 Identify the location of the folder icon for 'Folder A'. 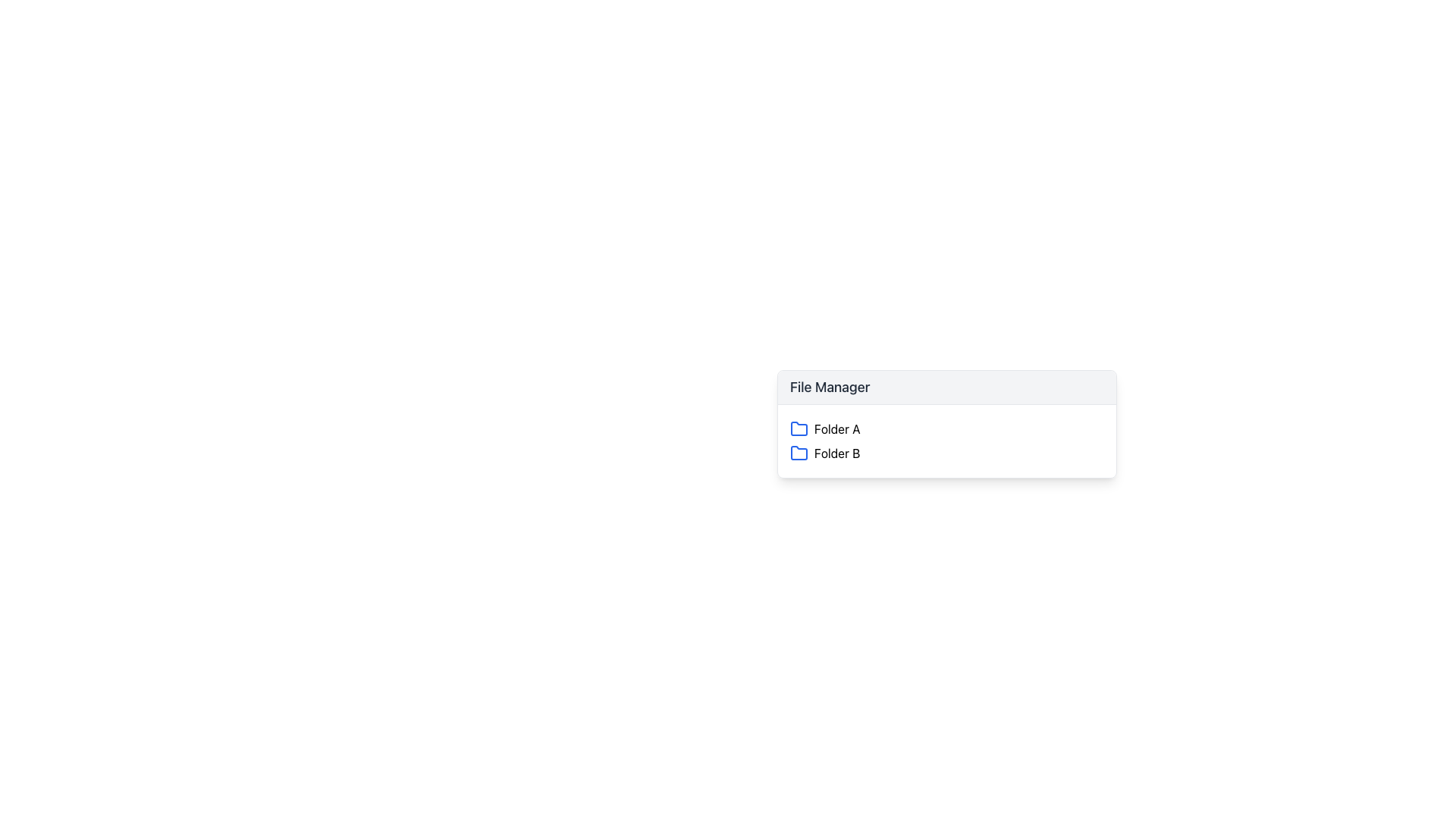
(799, 429).